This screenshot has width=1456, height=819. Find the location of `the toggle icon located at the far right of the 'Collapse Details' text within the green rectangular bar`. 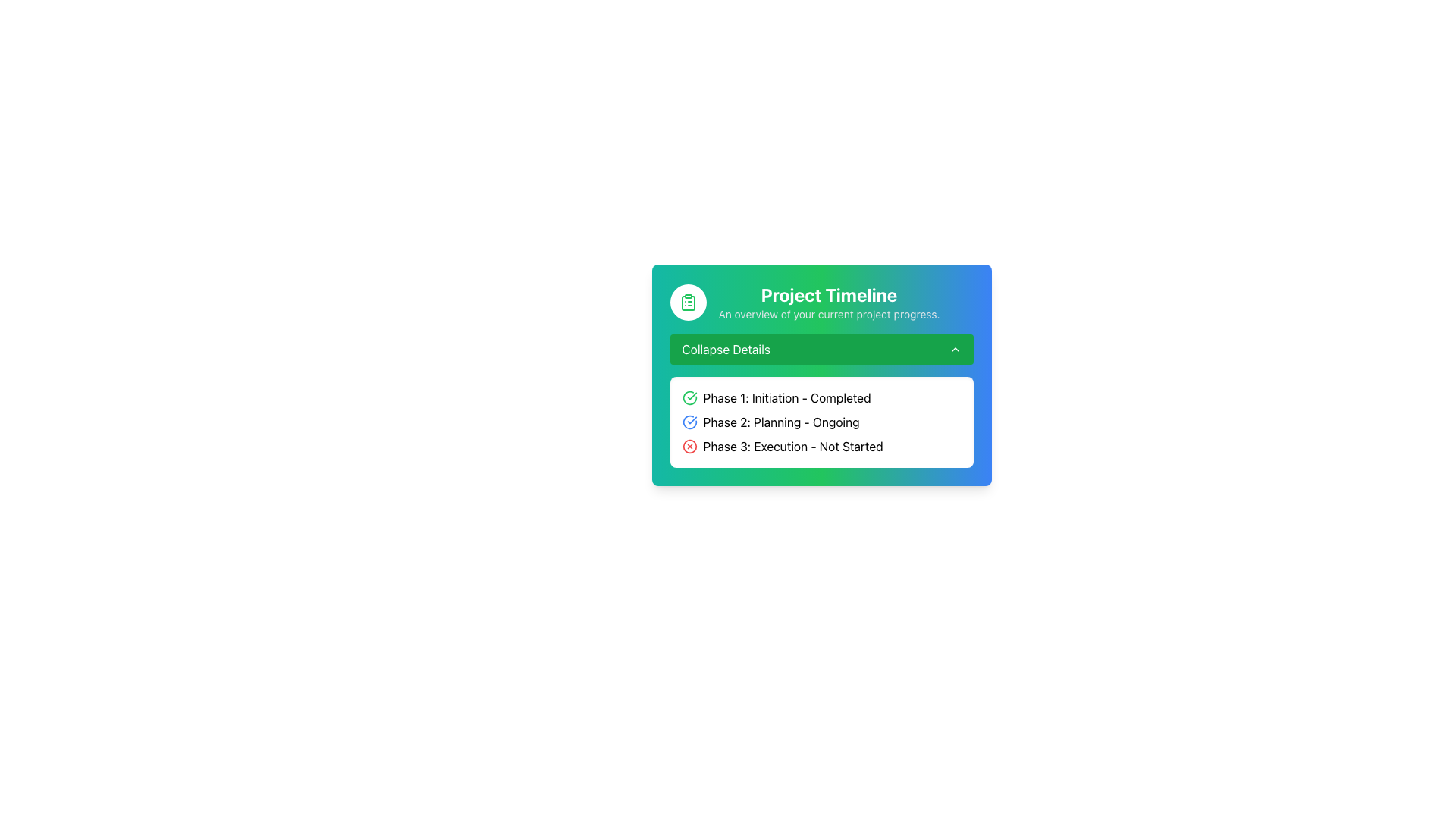

the toggle icon located at the far right of the 'Collapse Details' text within the green rectangular bar is located at coordinates (954, 350).